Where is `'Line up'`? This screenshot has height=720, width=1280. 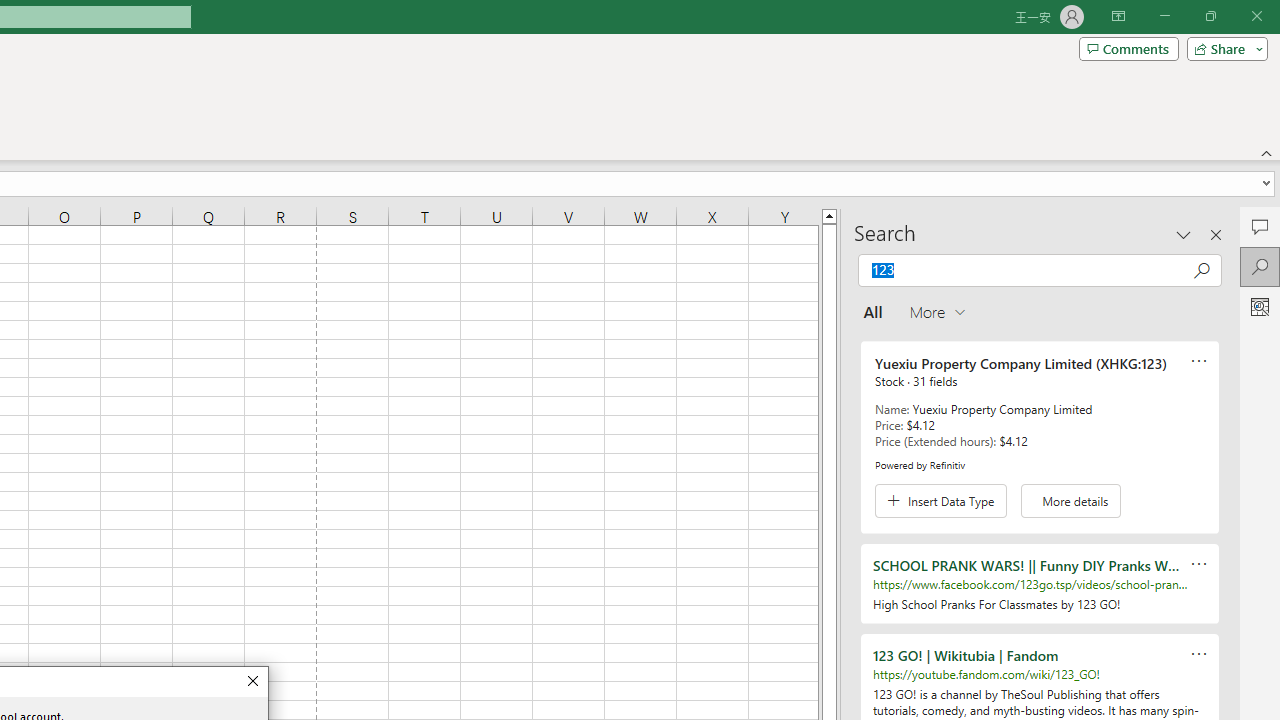
'Line up' is located at coordinates (829, 215).